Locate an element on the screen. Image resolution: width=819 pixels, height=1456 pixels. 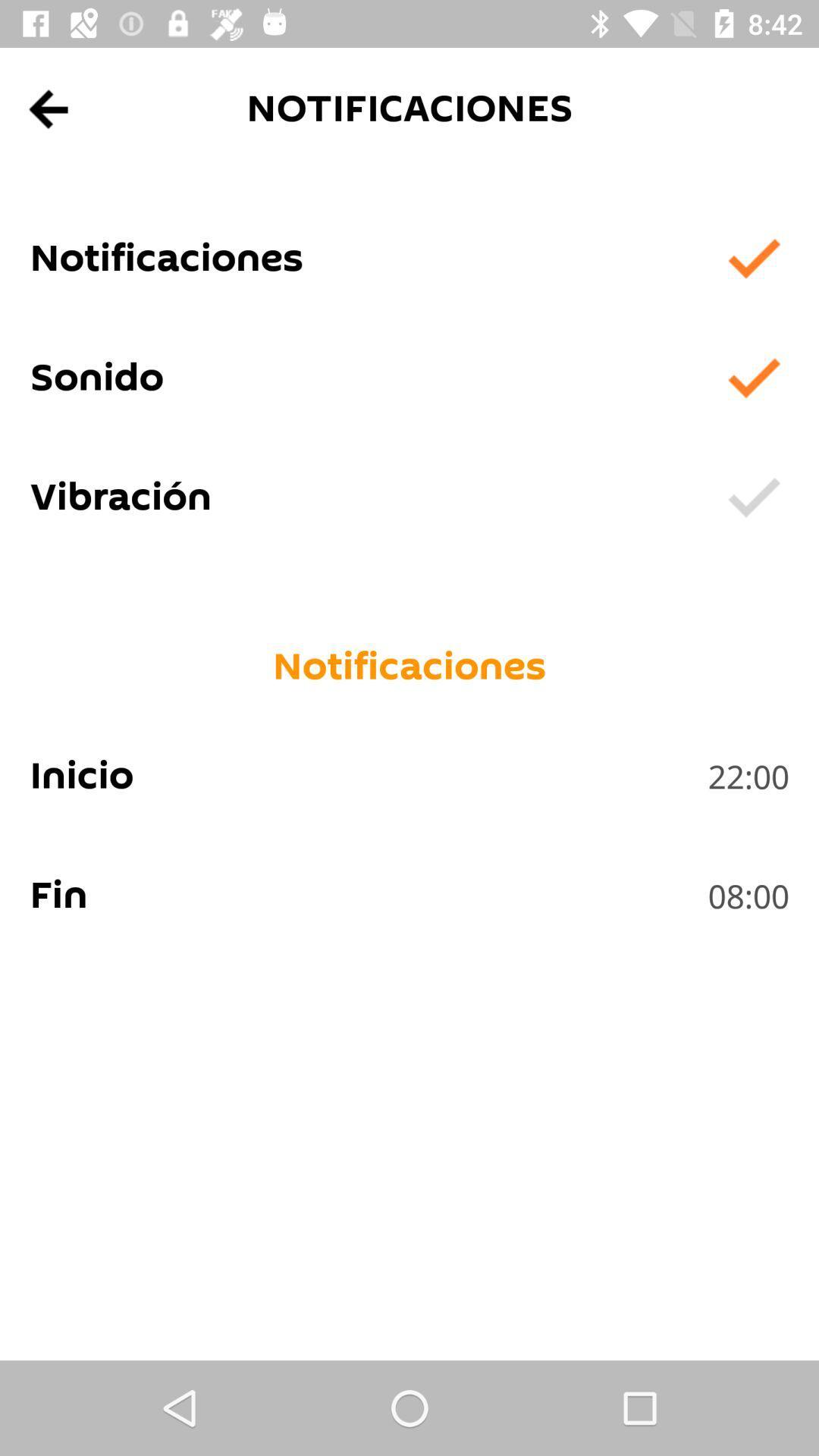
item at the top left corner is located at coordinates (49, 108).